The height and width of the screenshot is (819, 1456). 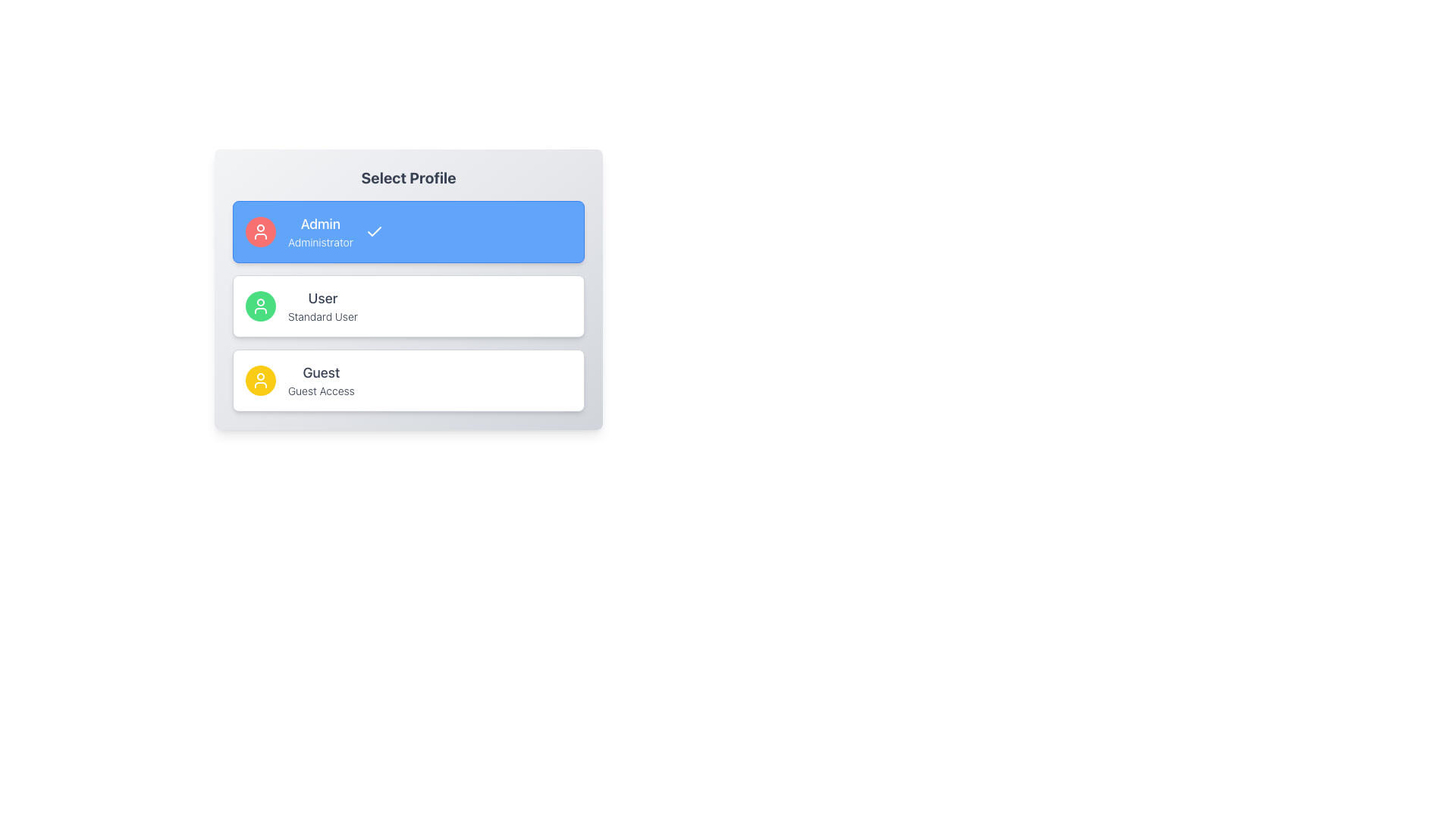 What do you see at coordinates (319, 224) in the screenshot?
I see `text label displaying 'Admin', styled in a larger bold font, located within a blue rectangular background at the specified coordinates` at bounding box center [319, 224].